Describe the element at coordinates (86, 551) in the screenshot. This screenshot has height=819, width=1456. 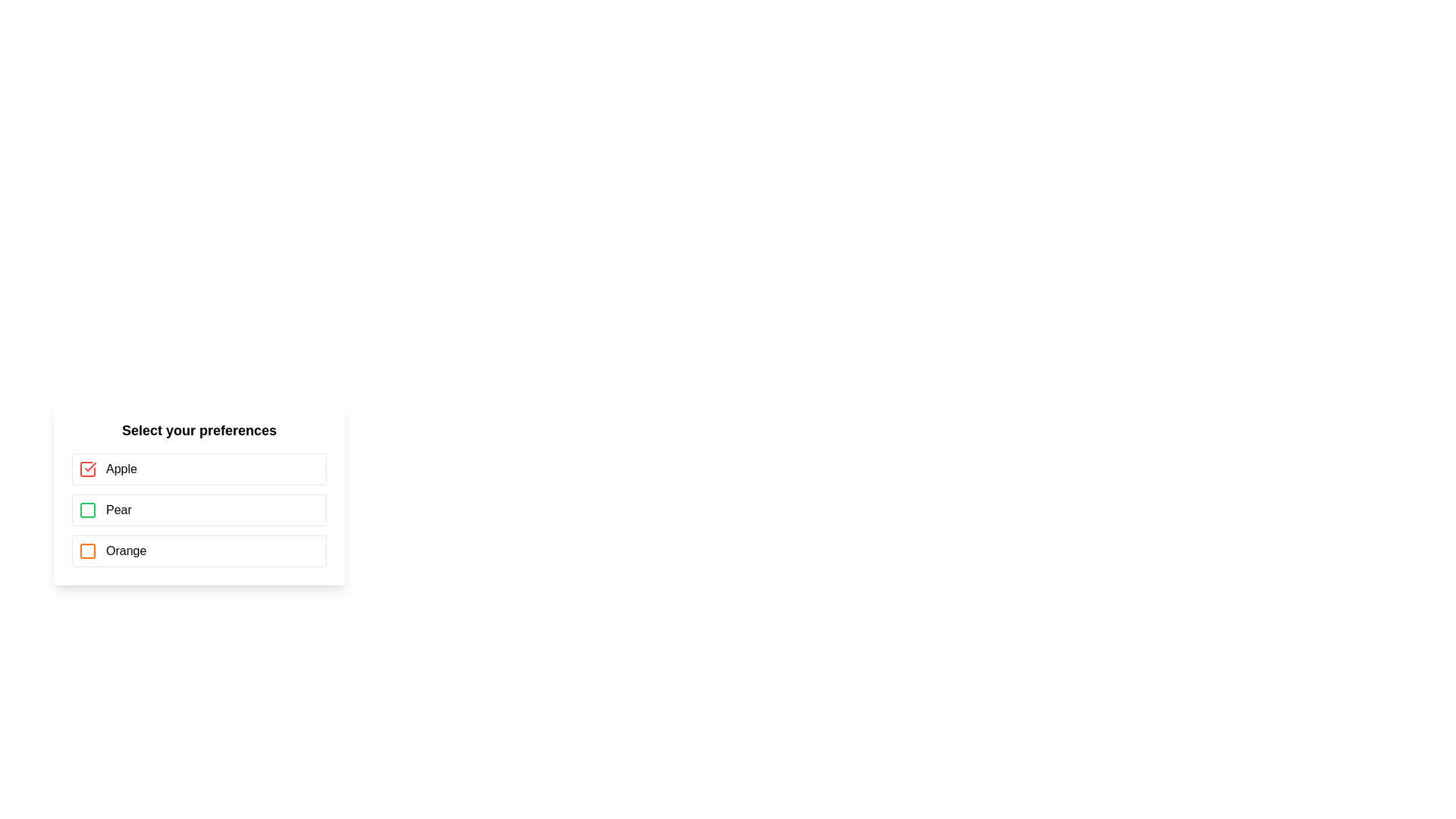
I see `the small orange square checkbox adjacent to the word 'Orange'` at that location.